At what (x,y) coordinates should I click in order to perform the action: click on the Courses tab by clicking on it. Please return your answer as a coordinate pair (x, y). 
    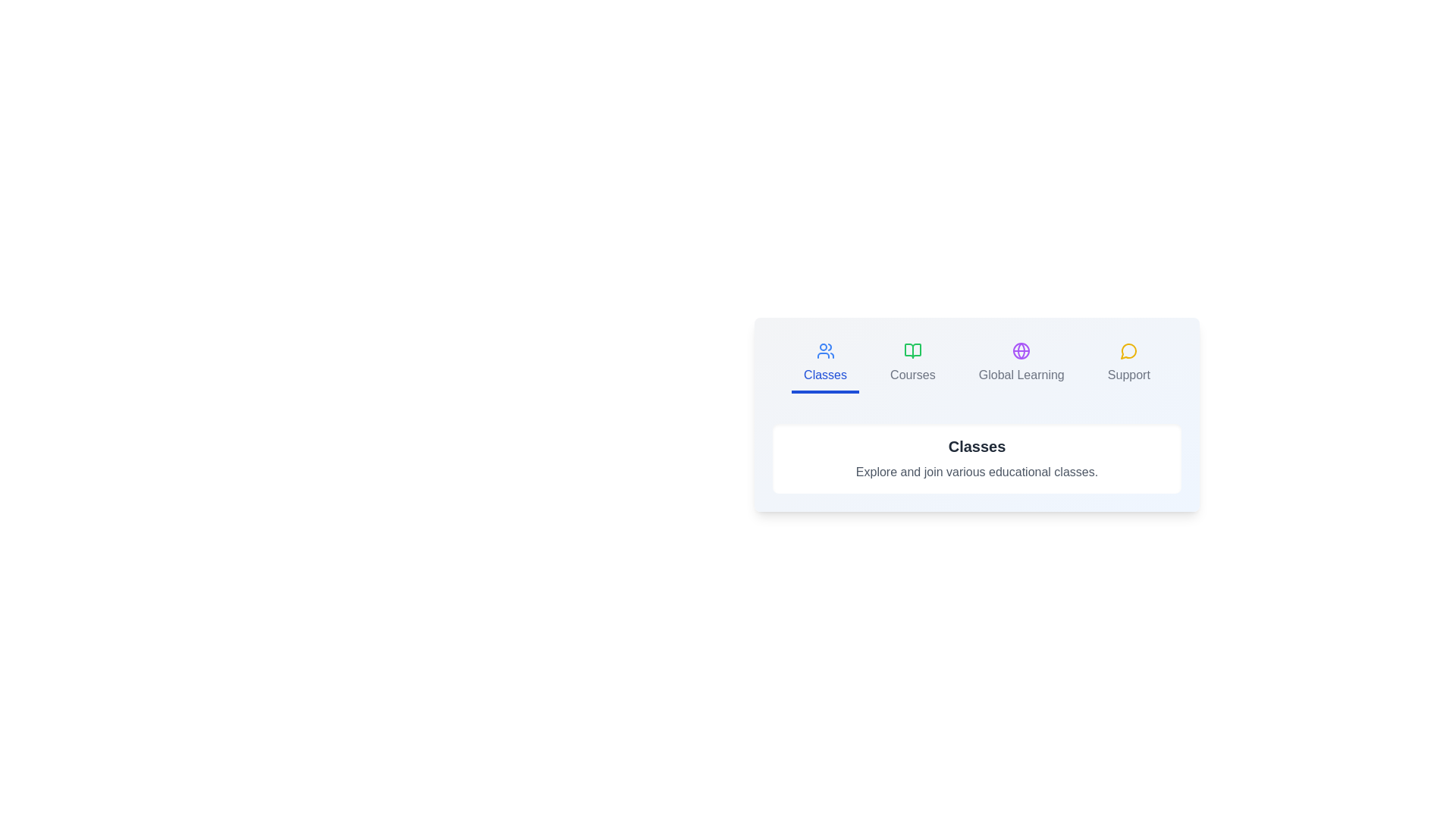
    Looking at the image, I should click on (912, 365).